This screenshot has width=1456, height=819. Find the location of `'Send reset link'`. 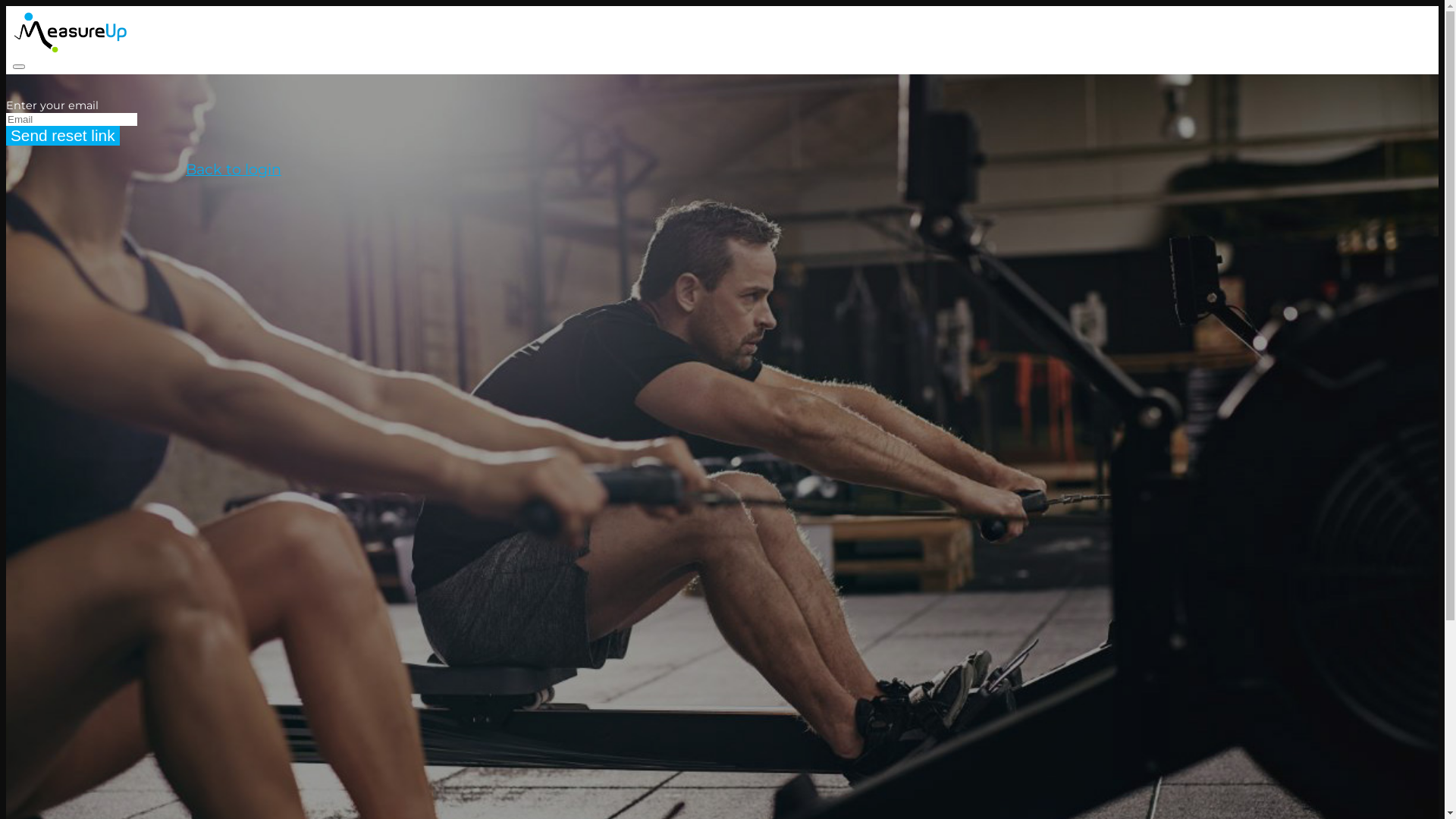

'Send reset link' is located at coordinates (6, 134).